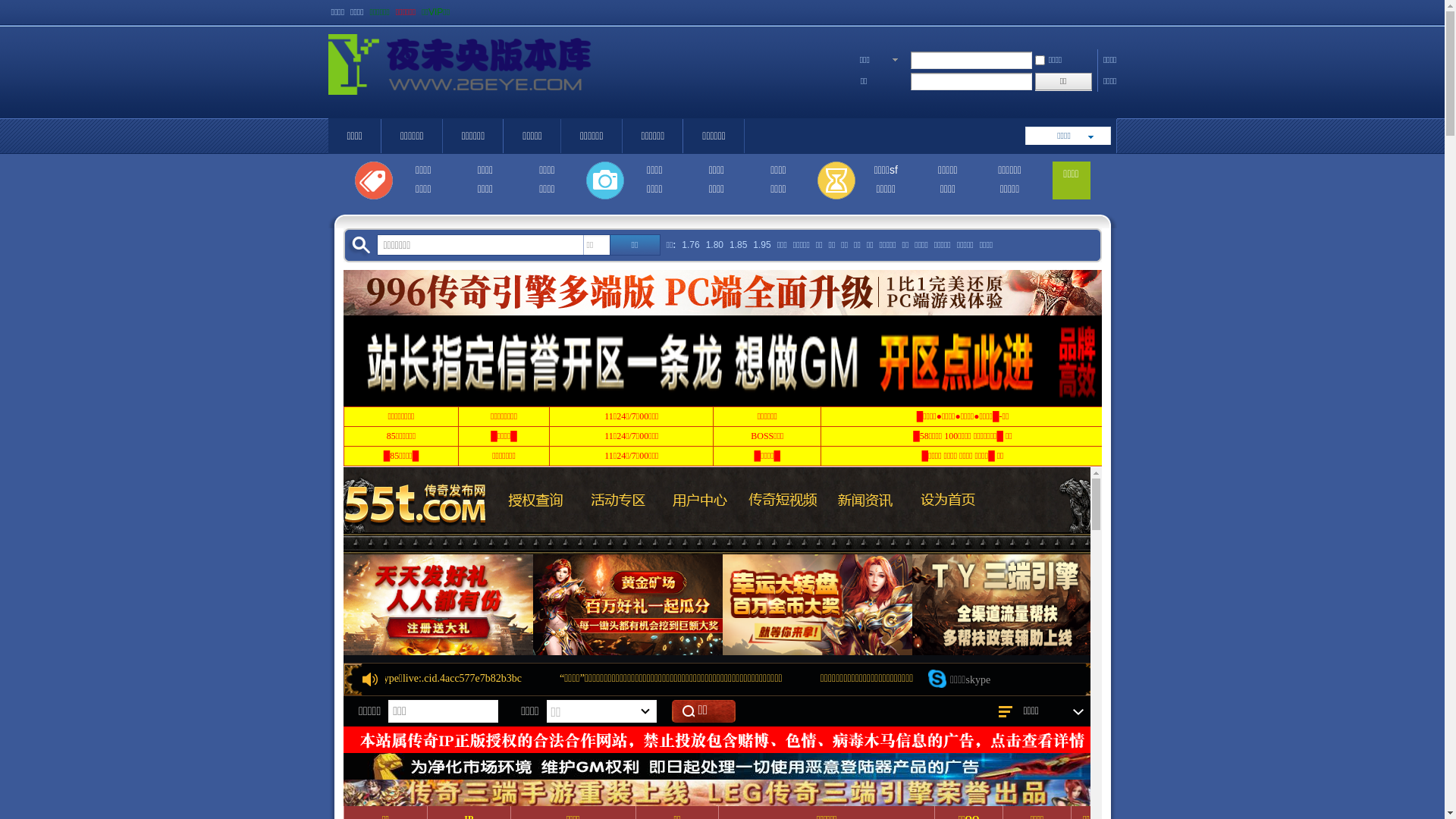  What do you see at coordinates (714, 244) in the screenshot?
I see `'1.80'` at bounding box center [714, 244].